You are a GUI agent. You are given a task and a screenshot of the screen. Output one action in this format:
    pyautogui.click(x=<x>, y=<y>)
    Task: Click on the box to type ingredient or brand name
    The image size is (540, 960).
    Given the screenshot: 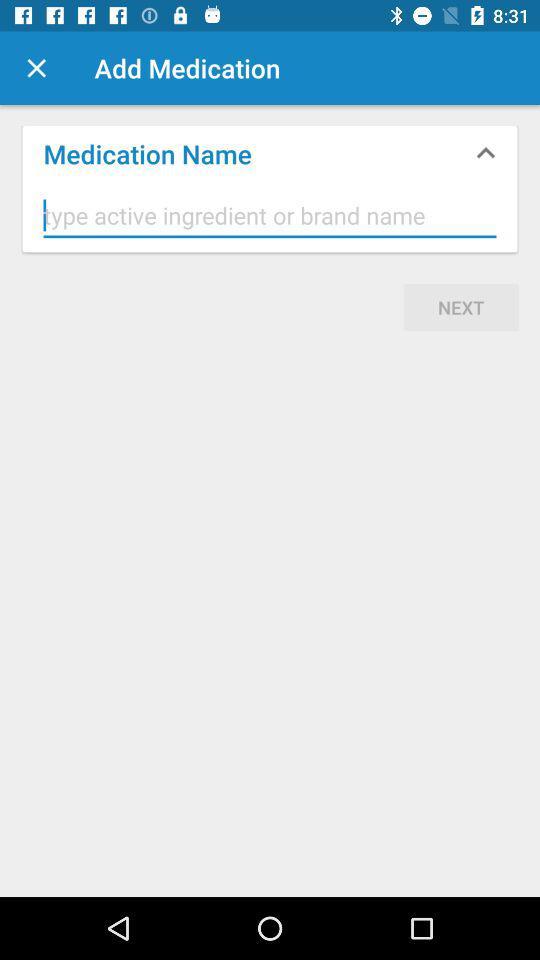 What is the action you would take?
    pyautogui.click(x=270, y=216)
    